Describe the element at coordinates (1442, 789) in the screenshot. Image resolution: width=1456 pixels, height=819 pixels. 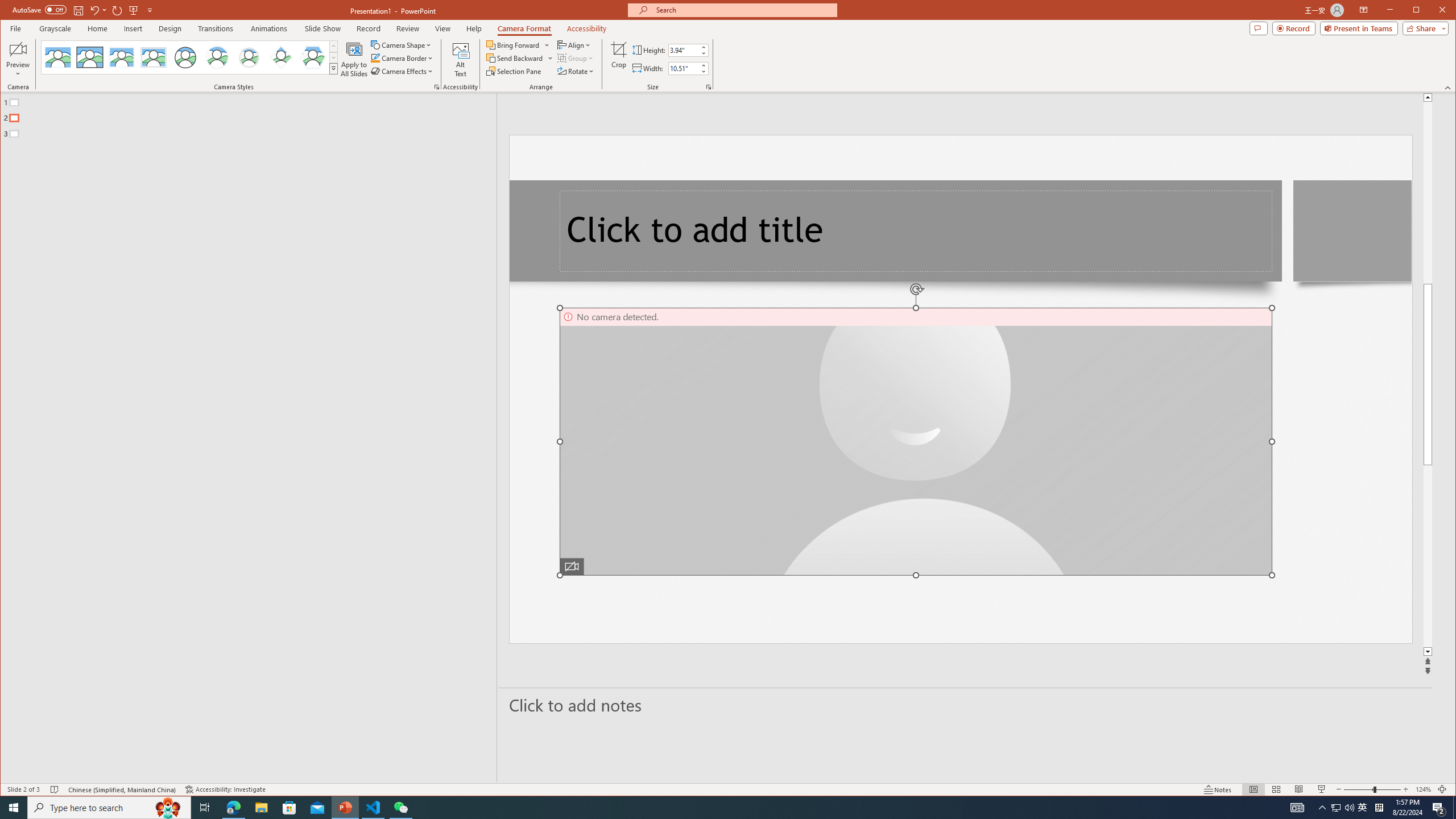
I see `'Zoom to Fit '` at that location.